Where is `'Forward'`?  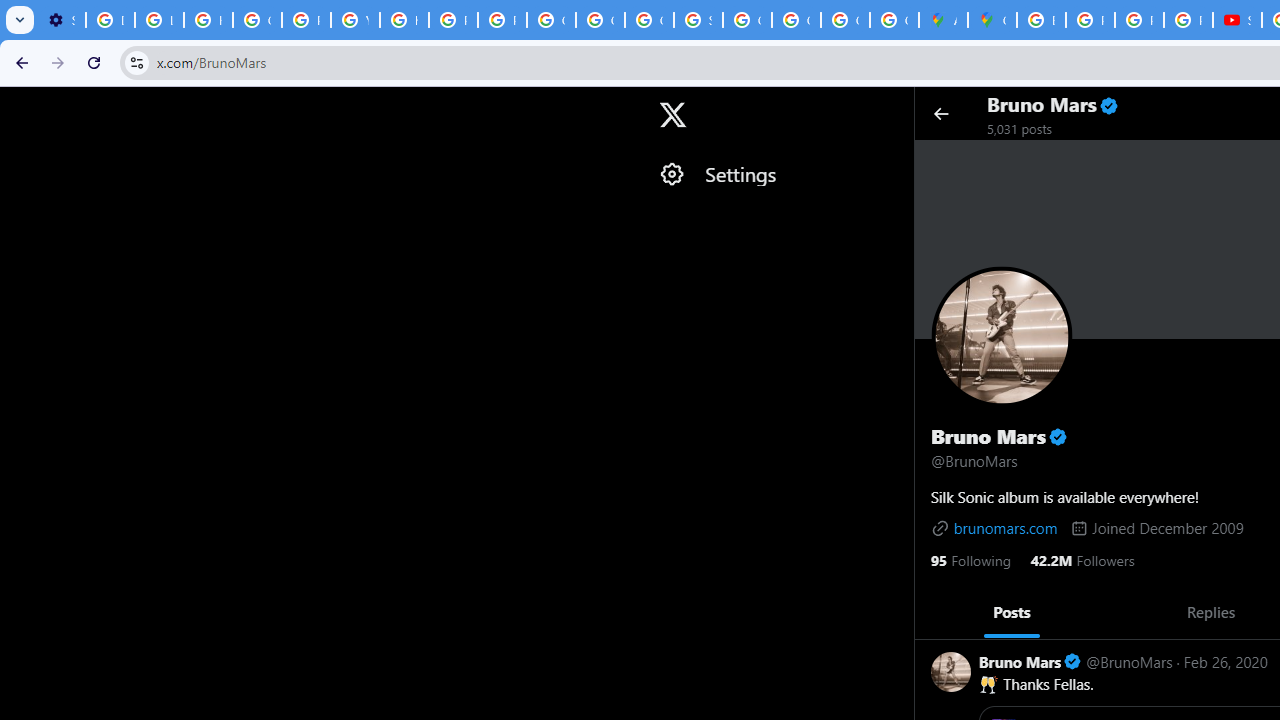
'Forward' is located at coordinates (58, 61).